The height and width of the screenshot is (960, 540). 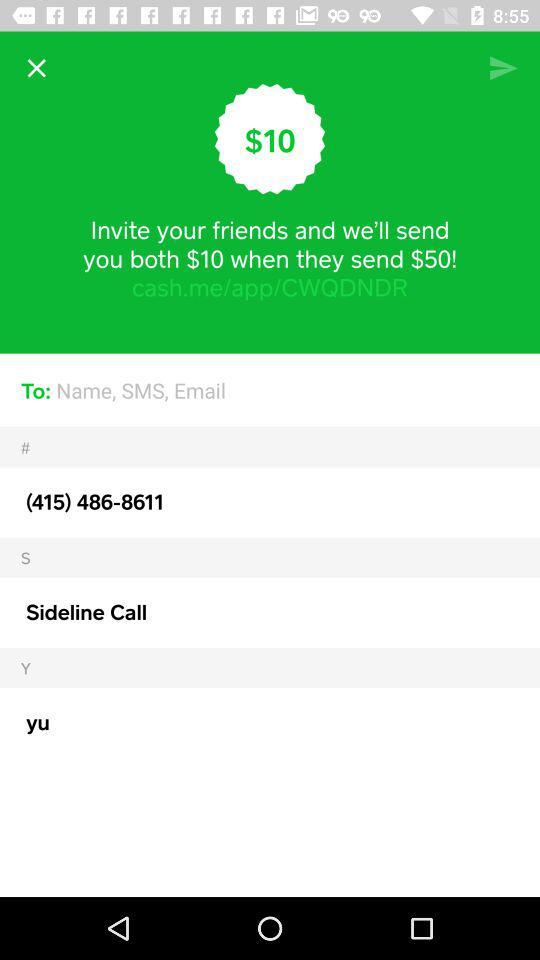 I want to click on the link below the white color text on the top, so click(x=270, y=286).